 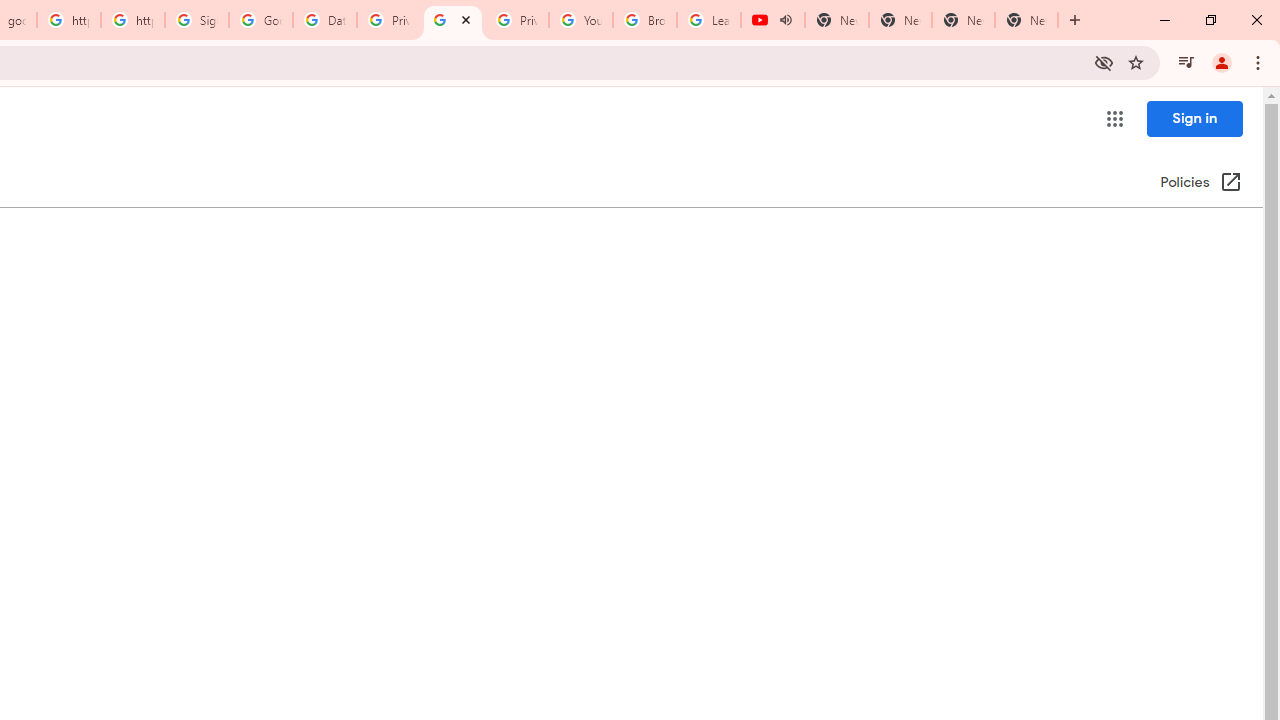 I want to click on 'New Tab', so click(x=1026, y=20).